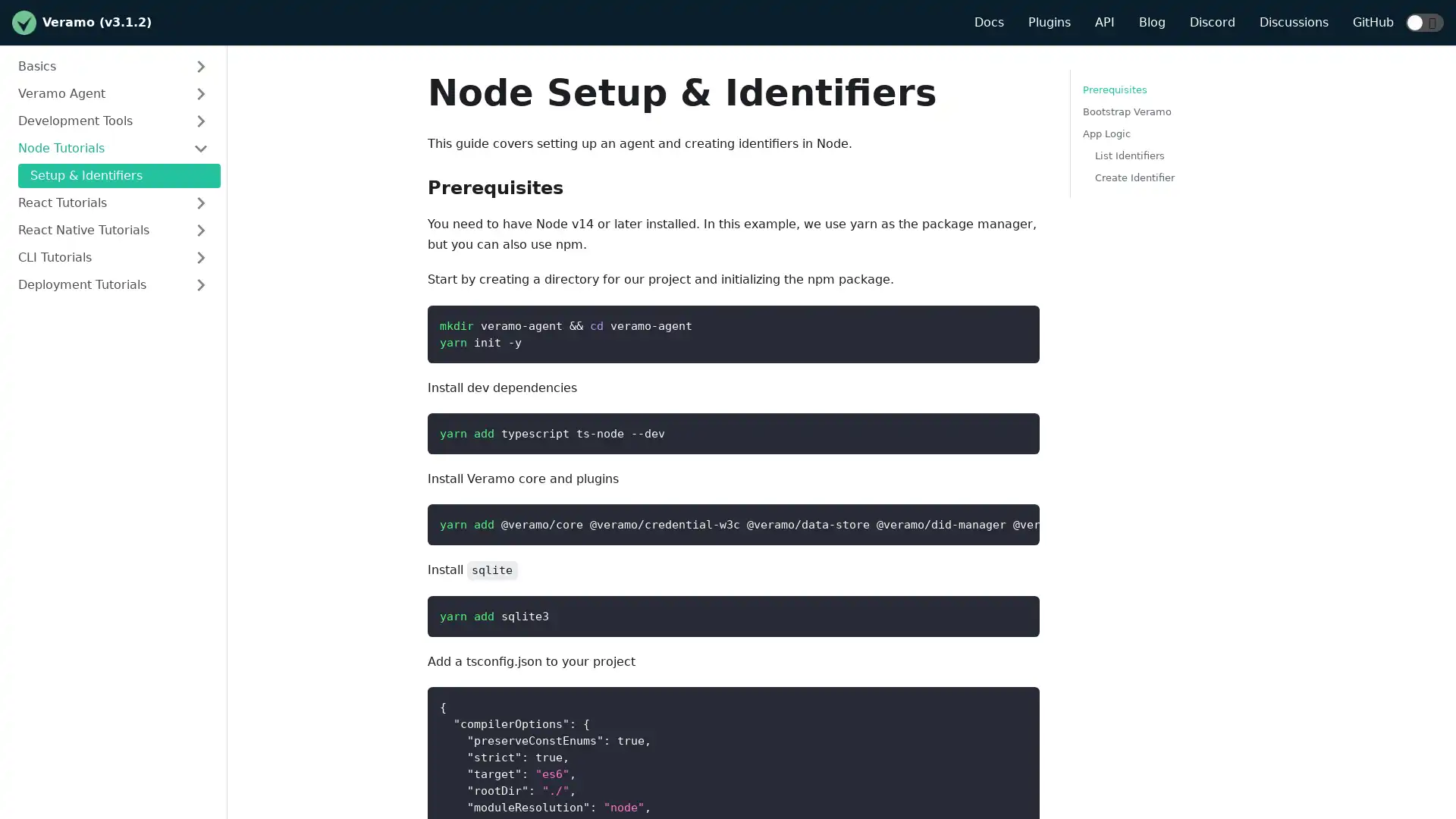 This screenshot has width=1456, height=819. Describe the element at coordinates (1015, 429) in the screenshot. I see `Copy code to clipboard` at that location.